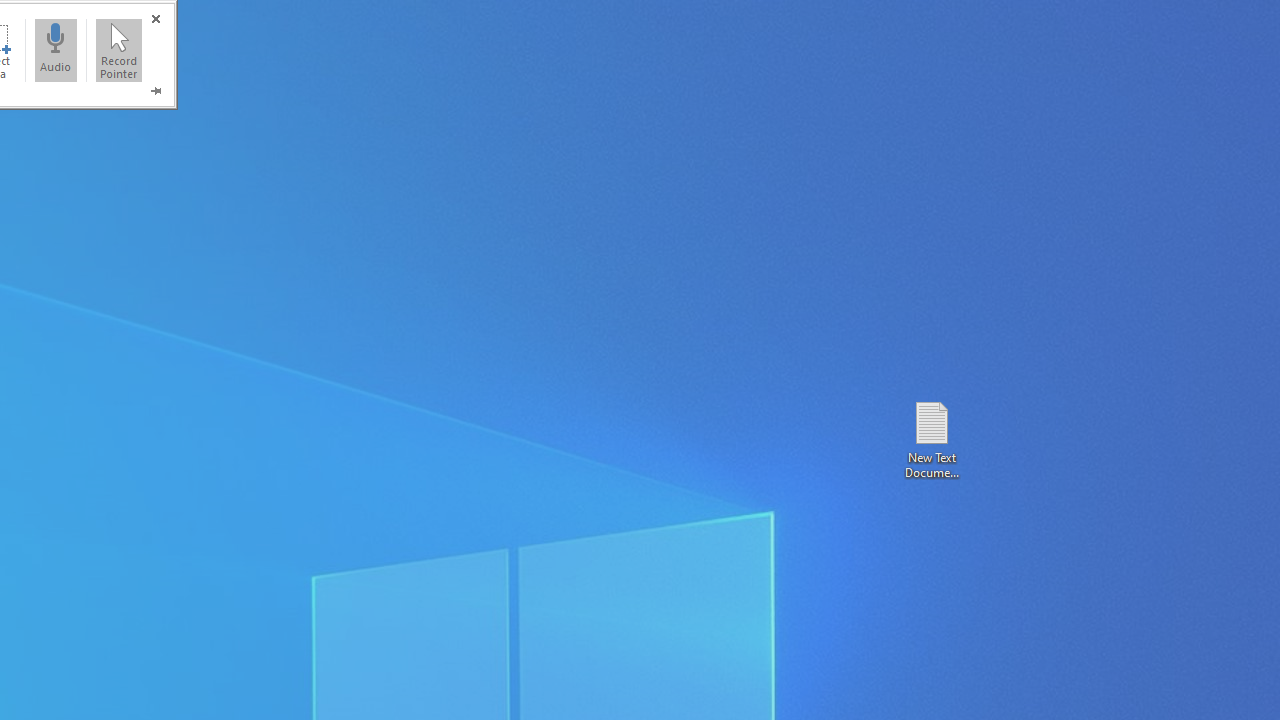  What do you see at coordinates (154, 19) in the screenshot?
I see `'Close (Windows logo key+Shift+Q)'` at bounding box center [154, 19].